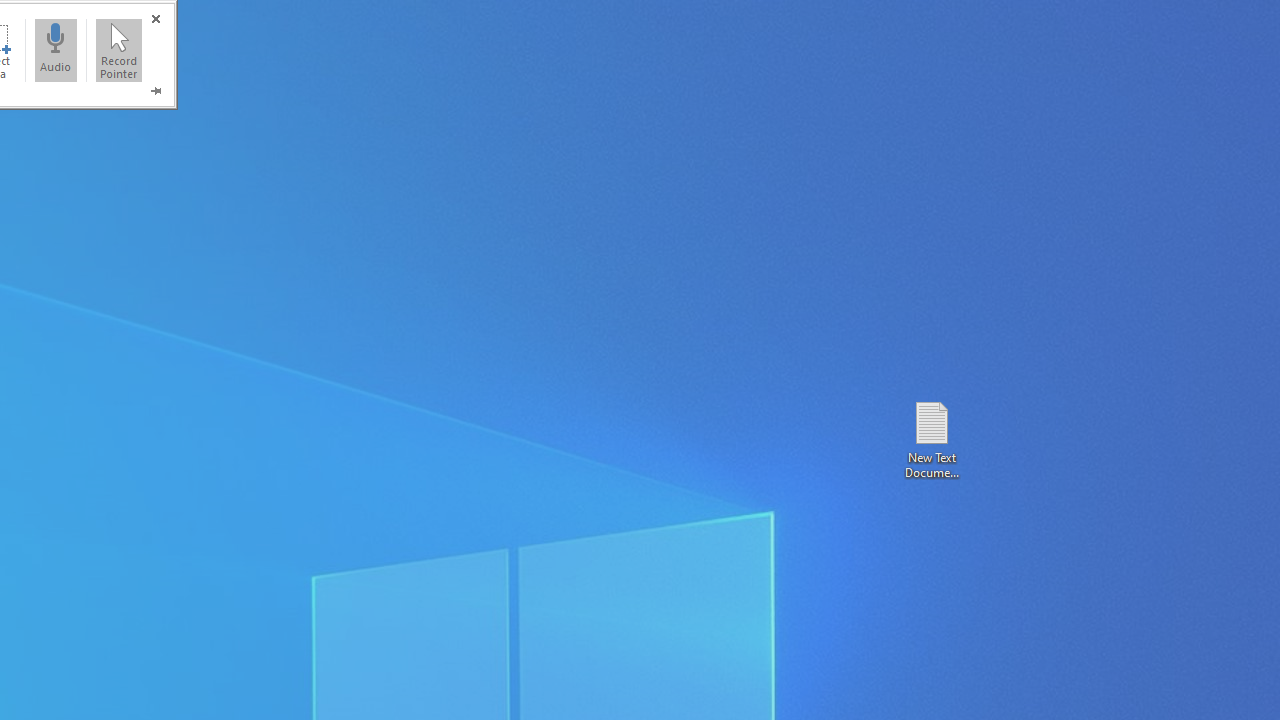  What do you see at coordinates (154, 19) in the screenshot?
I see `'Close (Windows logo key+Shift+Q)'` at bounding box center [154, 19].